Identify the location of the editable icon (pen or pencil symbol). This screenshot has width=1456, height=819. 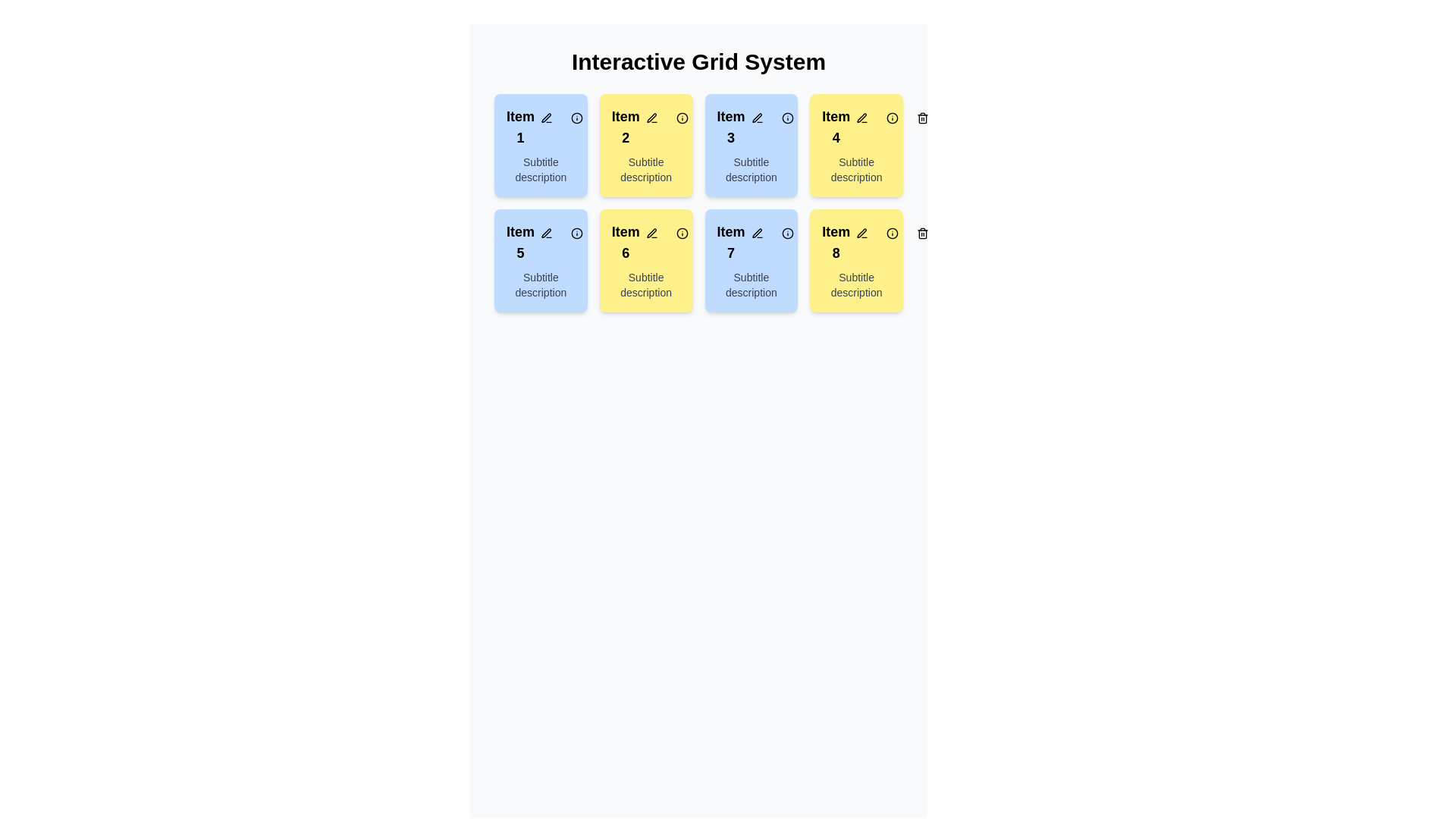
(546, 233).